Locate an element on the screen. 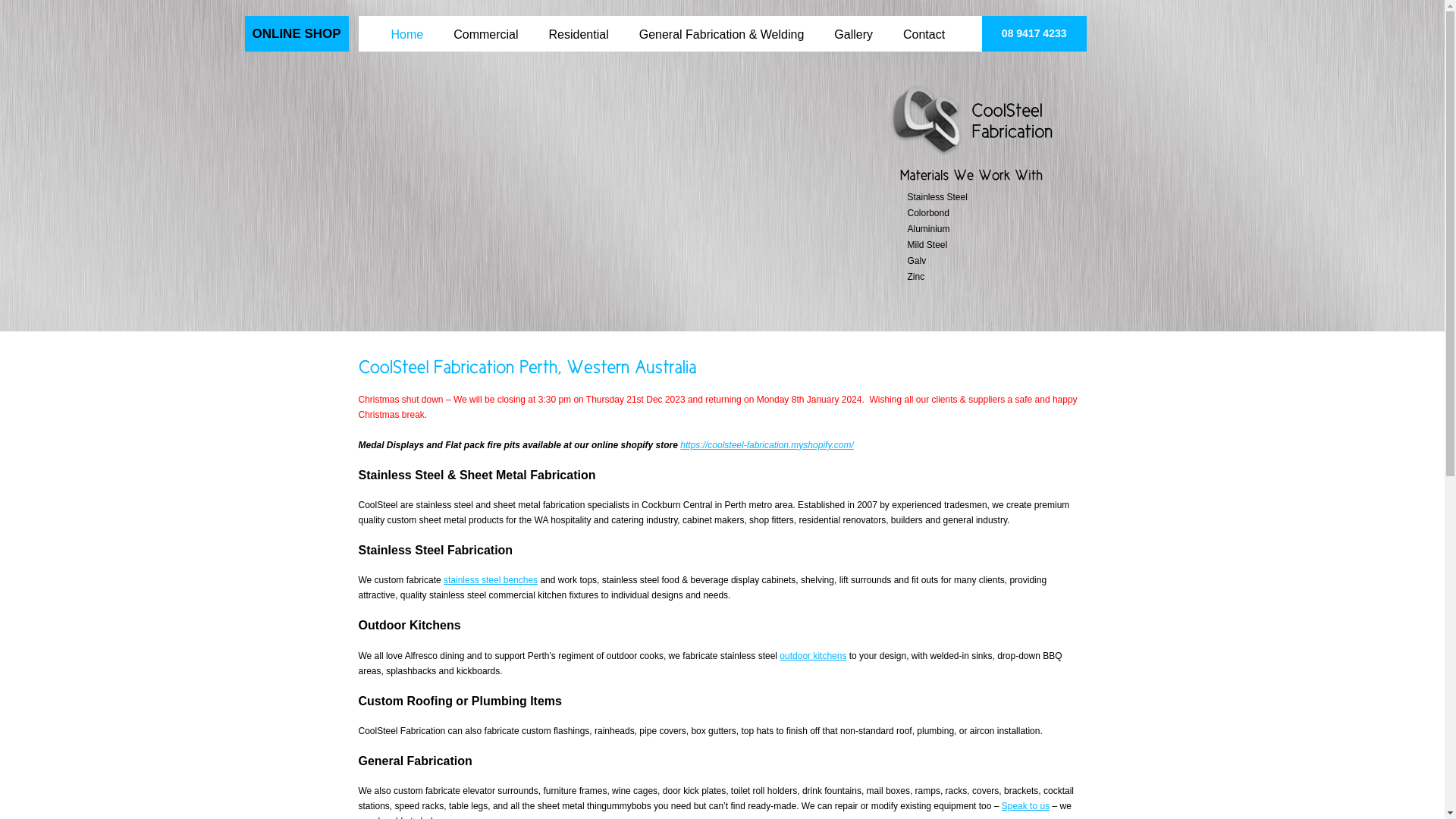 This screenshot has width=1456, height=819. 'Contact' is located at coordinates (923, 25).